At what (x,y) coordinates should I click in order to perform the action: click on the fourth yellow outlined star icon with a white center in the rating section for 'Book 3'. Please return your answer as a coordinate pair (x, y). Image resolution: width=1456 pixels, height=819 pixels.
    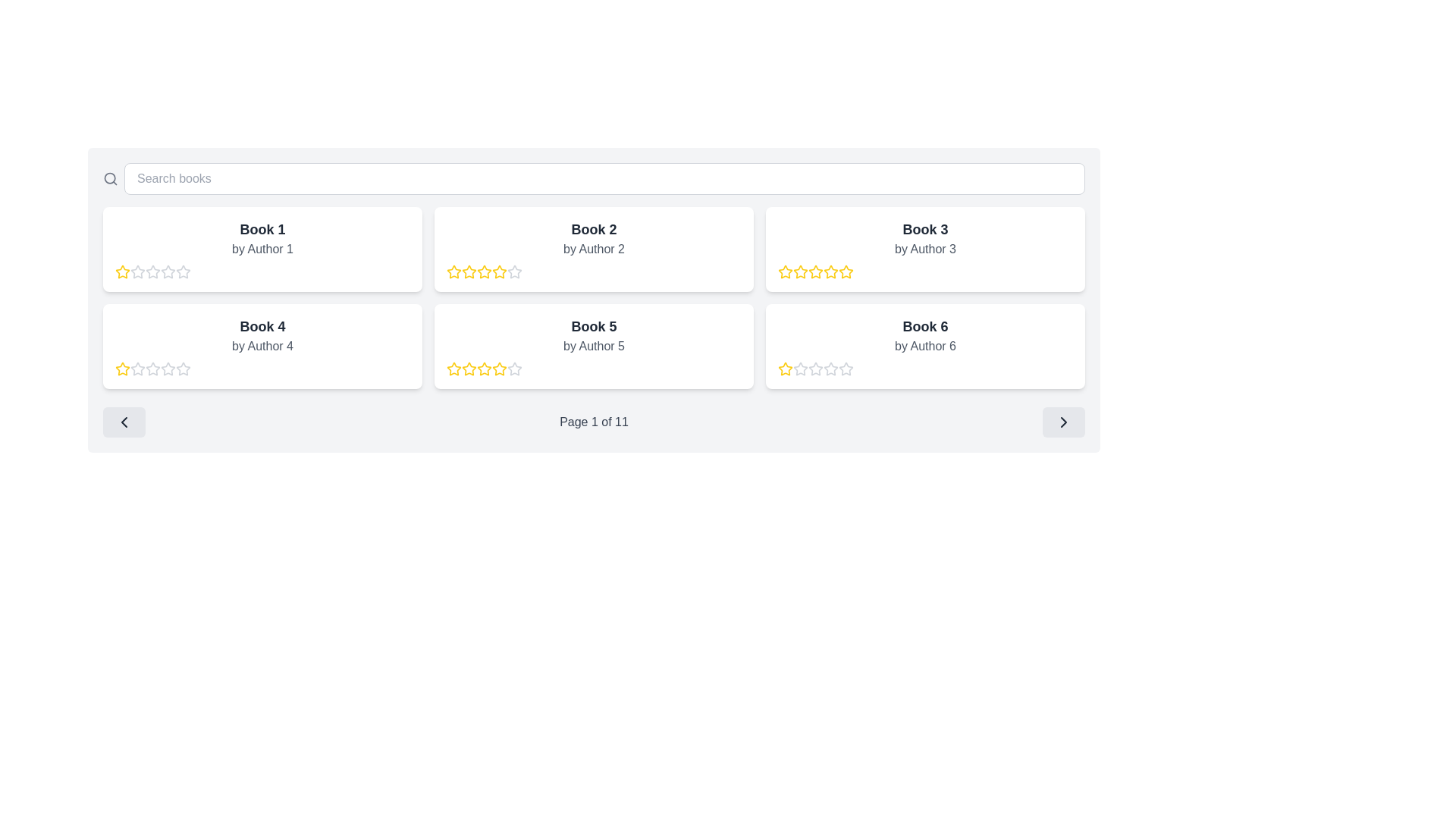
    Looking at the image, I should click on (814, 271).